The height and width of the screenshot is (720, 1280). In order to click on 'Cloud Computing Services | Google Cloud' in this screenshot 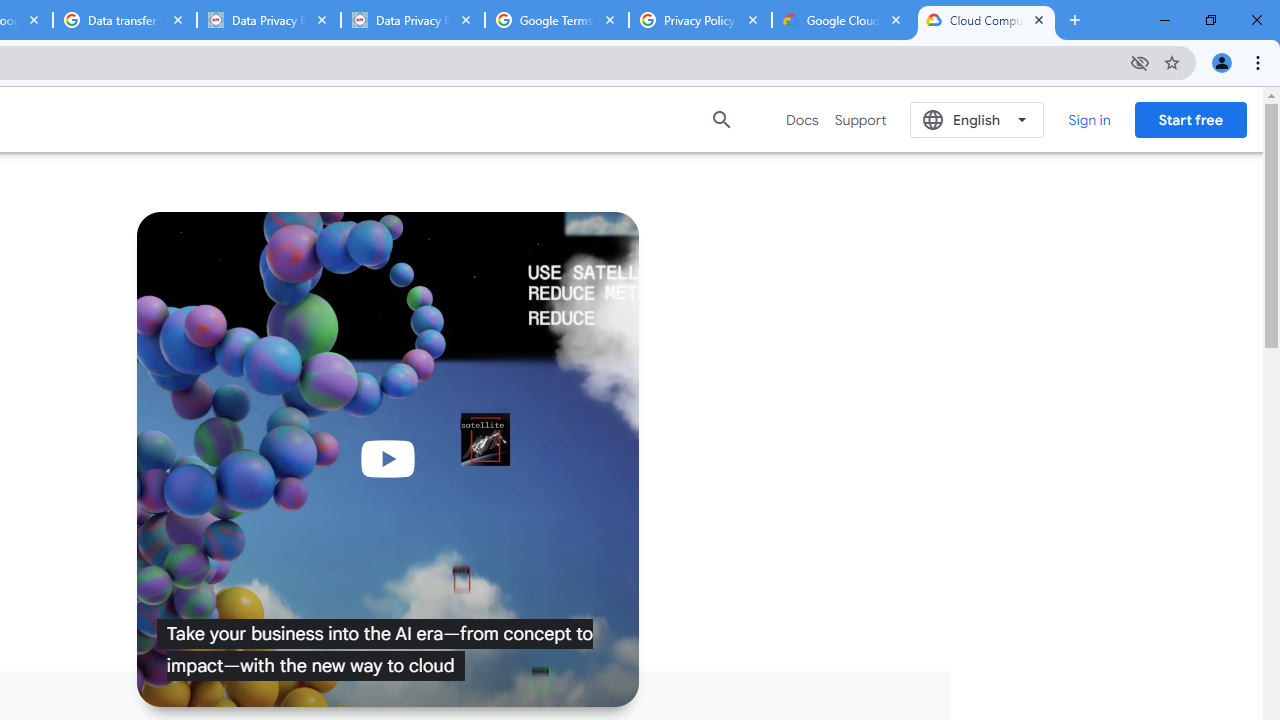, I will do `click(986, 20)`.